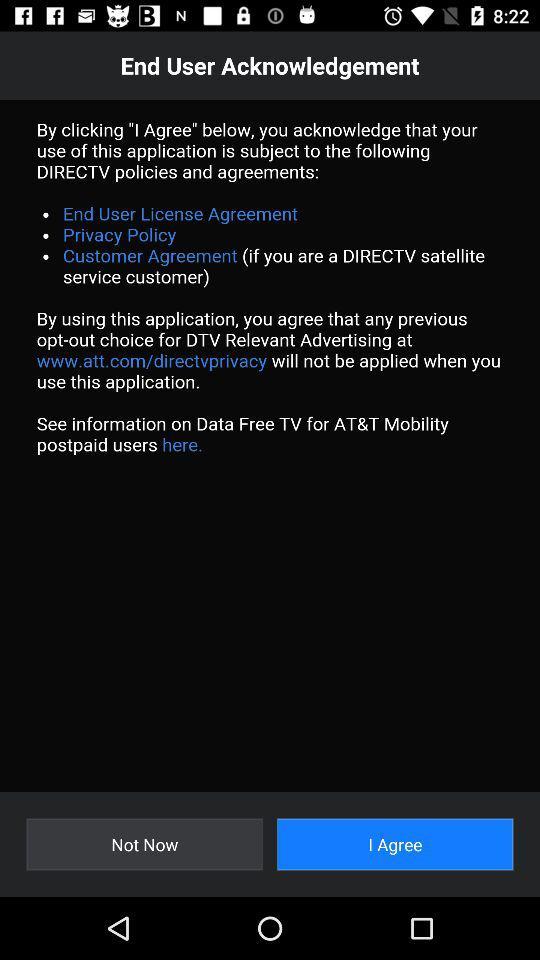 The width and height of the screenshot is (540, 960). Describe the element at coordinates (270, 445) in the screenshot. I see `read the end user acknowledgement page` at that location.